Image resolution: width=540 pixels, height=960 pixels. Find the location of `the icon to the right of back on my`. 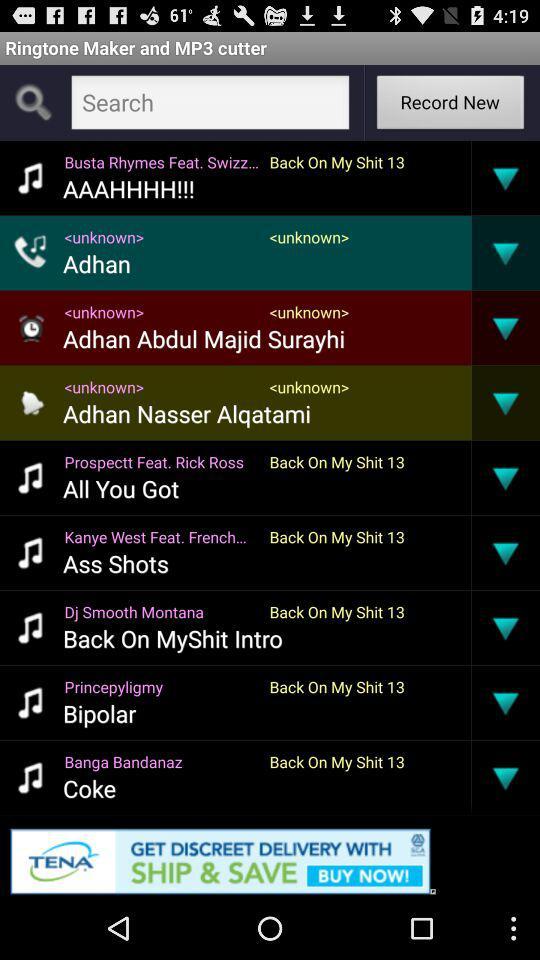

the icon to the right of back on my is located at coordinates (471, 776).